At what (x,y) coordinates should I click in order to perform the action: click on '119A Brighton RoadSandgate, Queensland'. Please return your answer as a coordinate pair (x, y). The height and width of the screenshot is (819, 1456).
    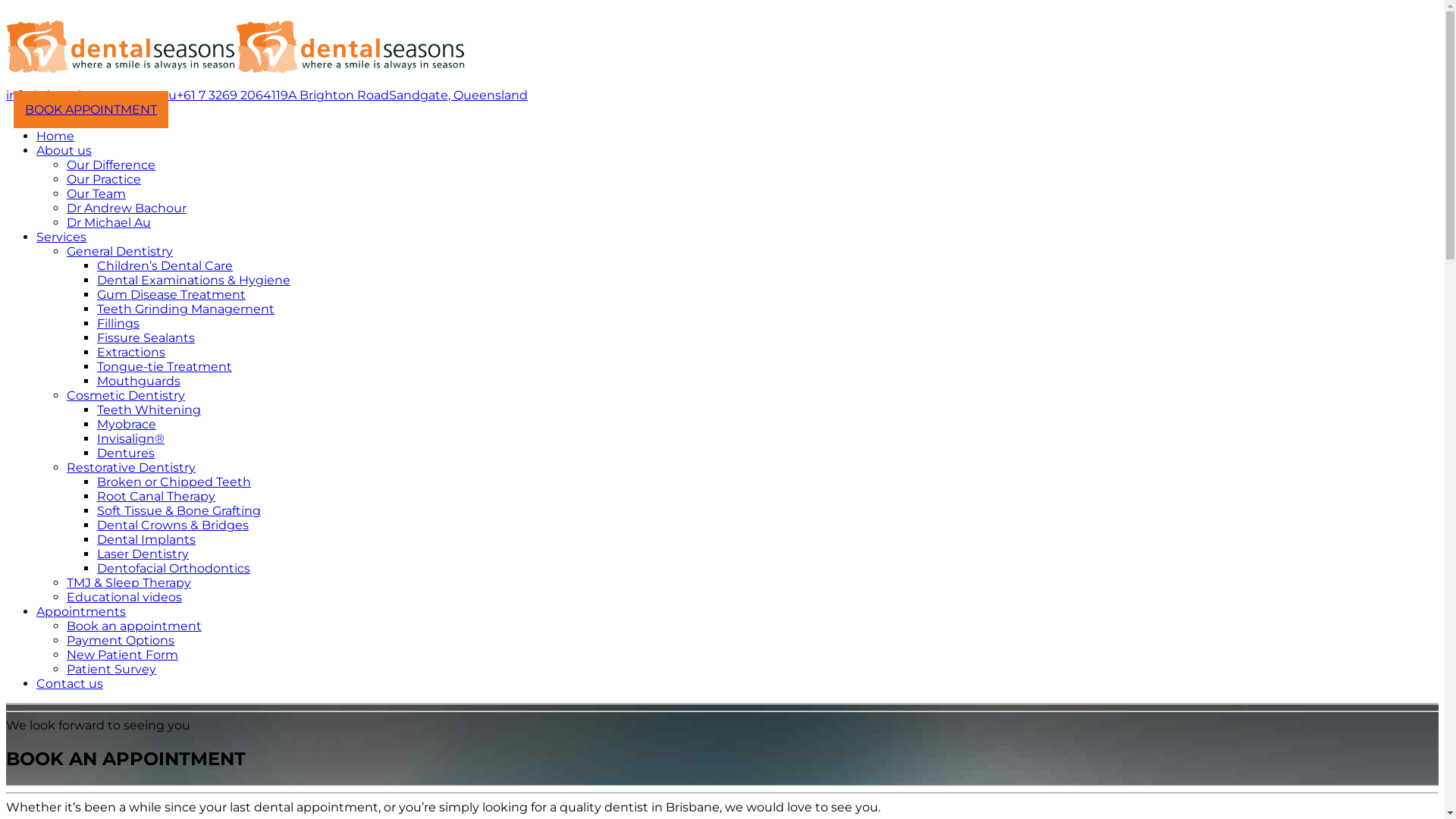
    Looking at the image, I should click on (400, 95).